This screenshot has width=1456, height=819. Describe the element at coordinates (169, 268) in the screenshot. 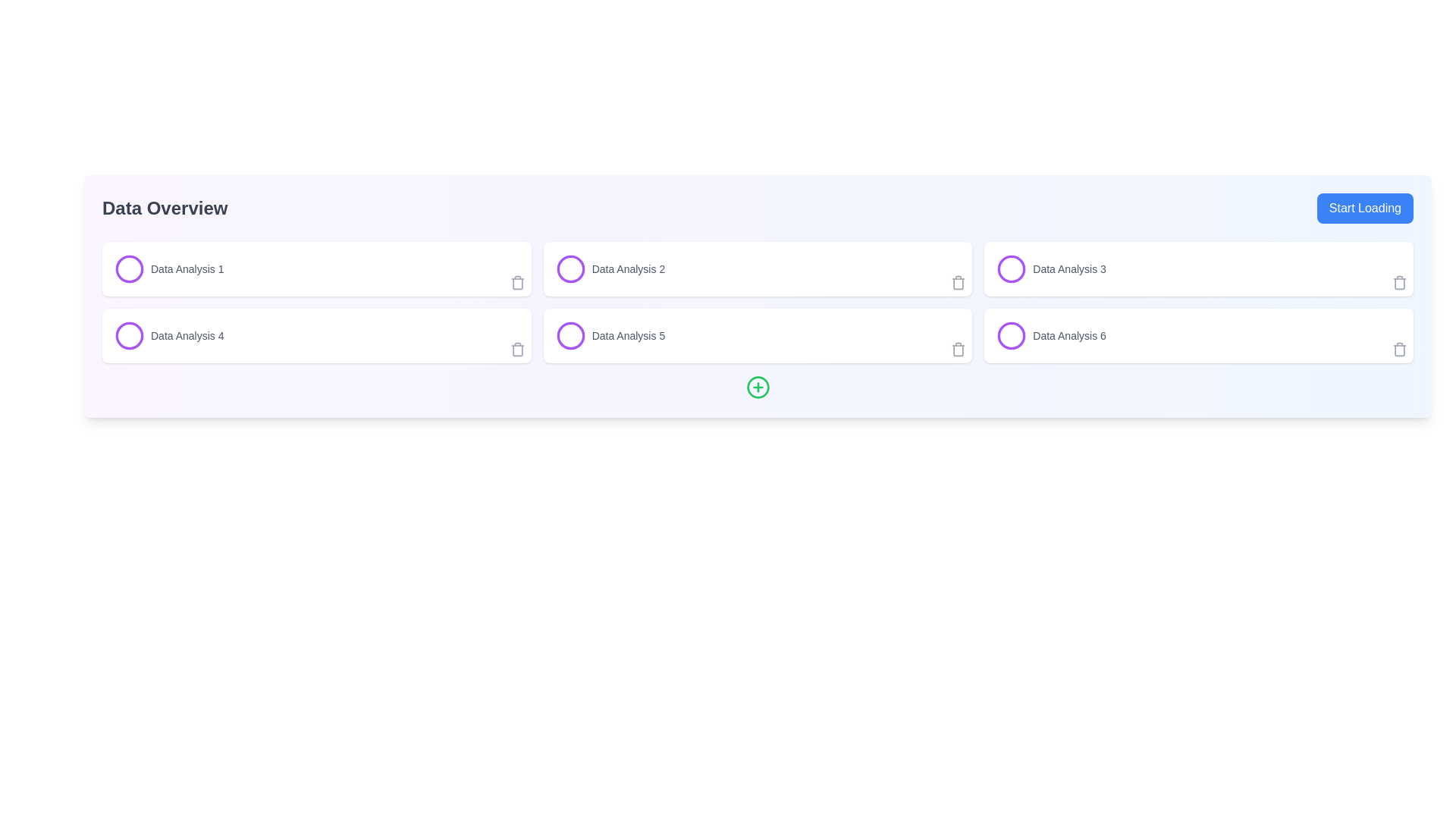

I see `the 'Data Analysis 1' button, which features a medium font size text and a purple circular icon, positioned in the top-left corner of a grid` at that location.